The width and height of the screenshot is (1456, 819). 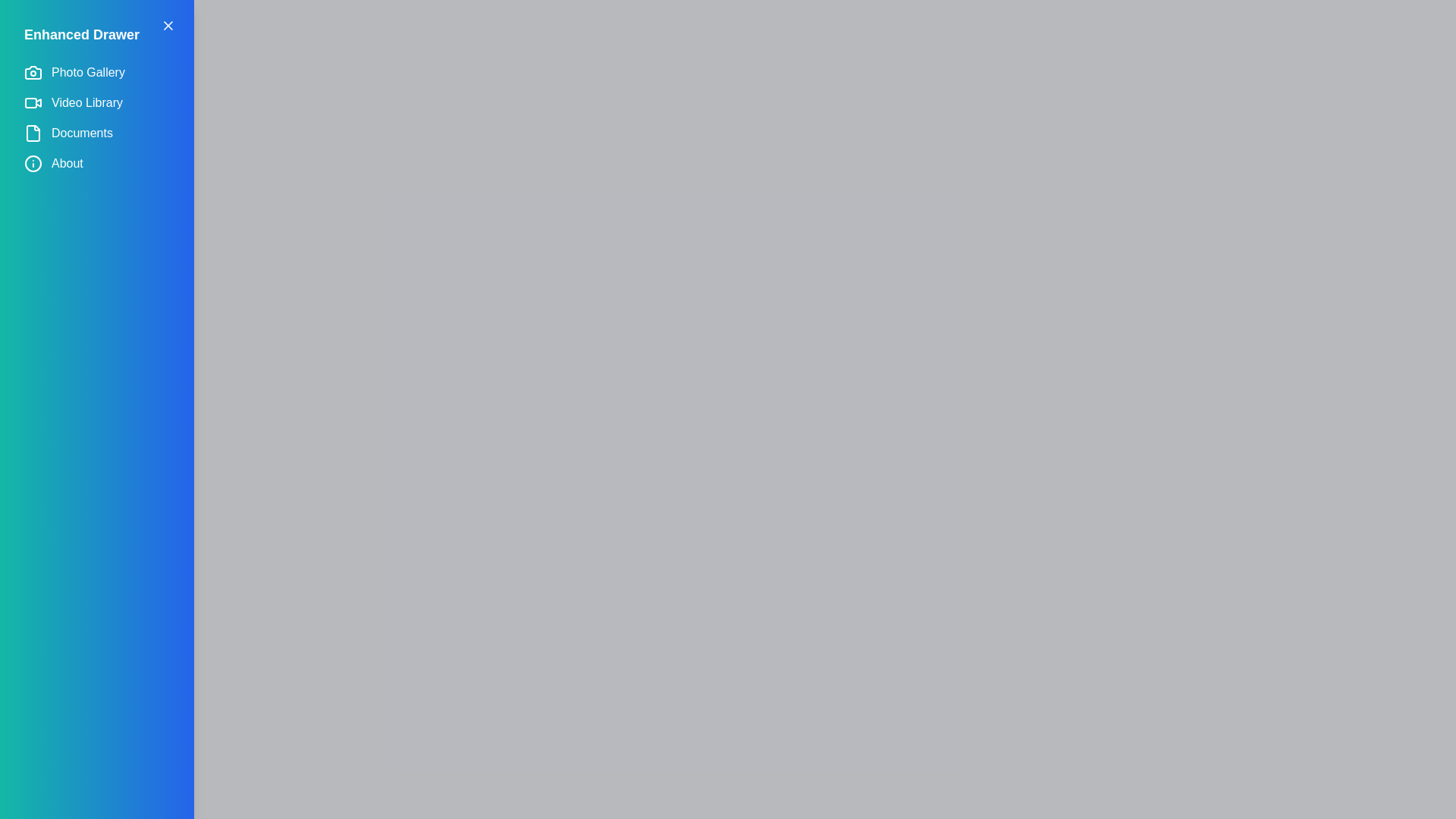 What do you see at coordinates (96, 102) in the screenshot?
I see `the 'Video Library' menu item, which is the second entry in the vertical navigation drawer` at bounding box center [96, 102].